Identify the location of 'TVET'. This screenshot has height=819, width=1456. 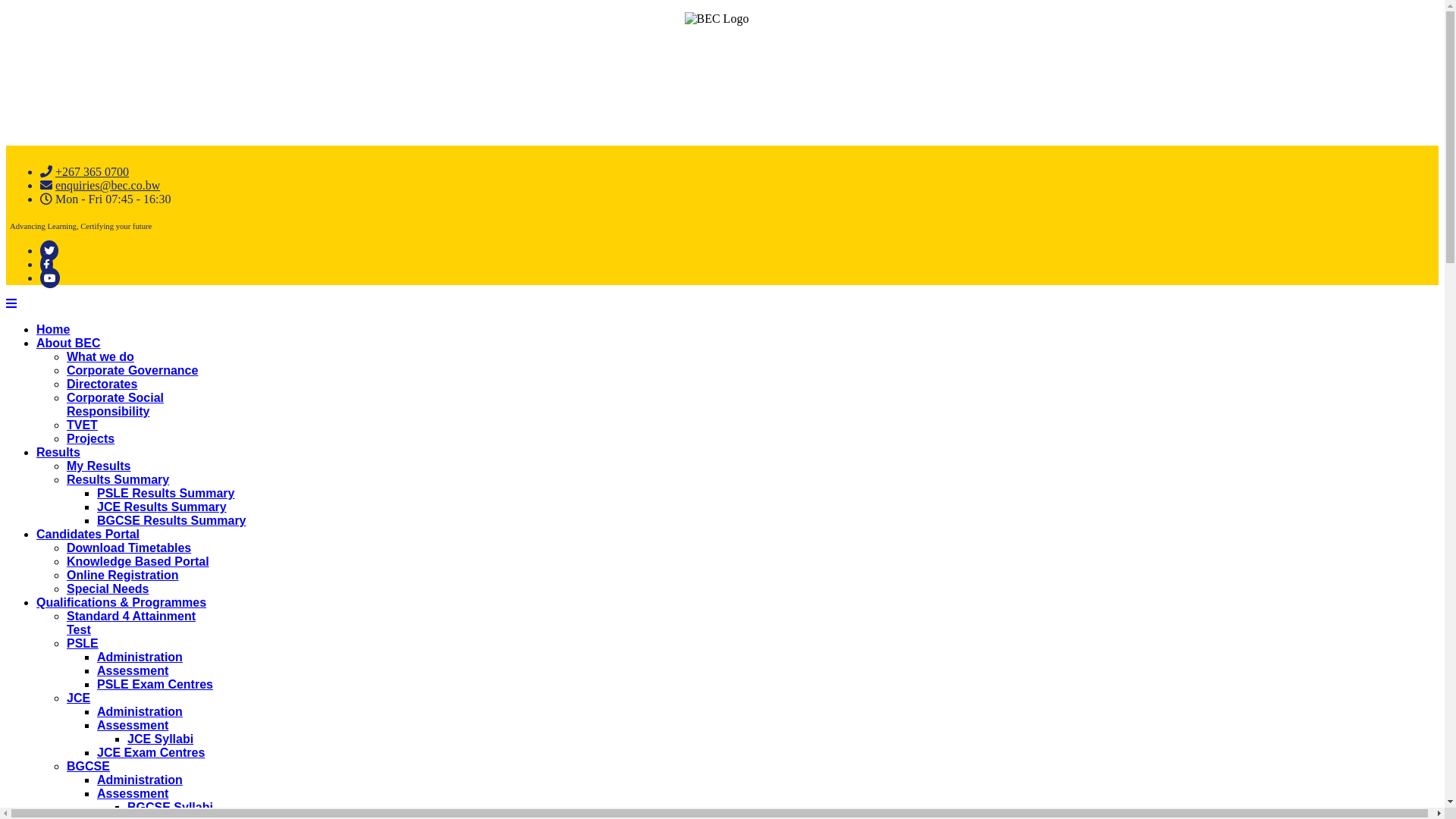
(81, 425).